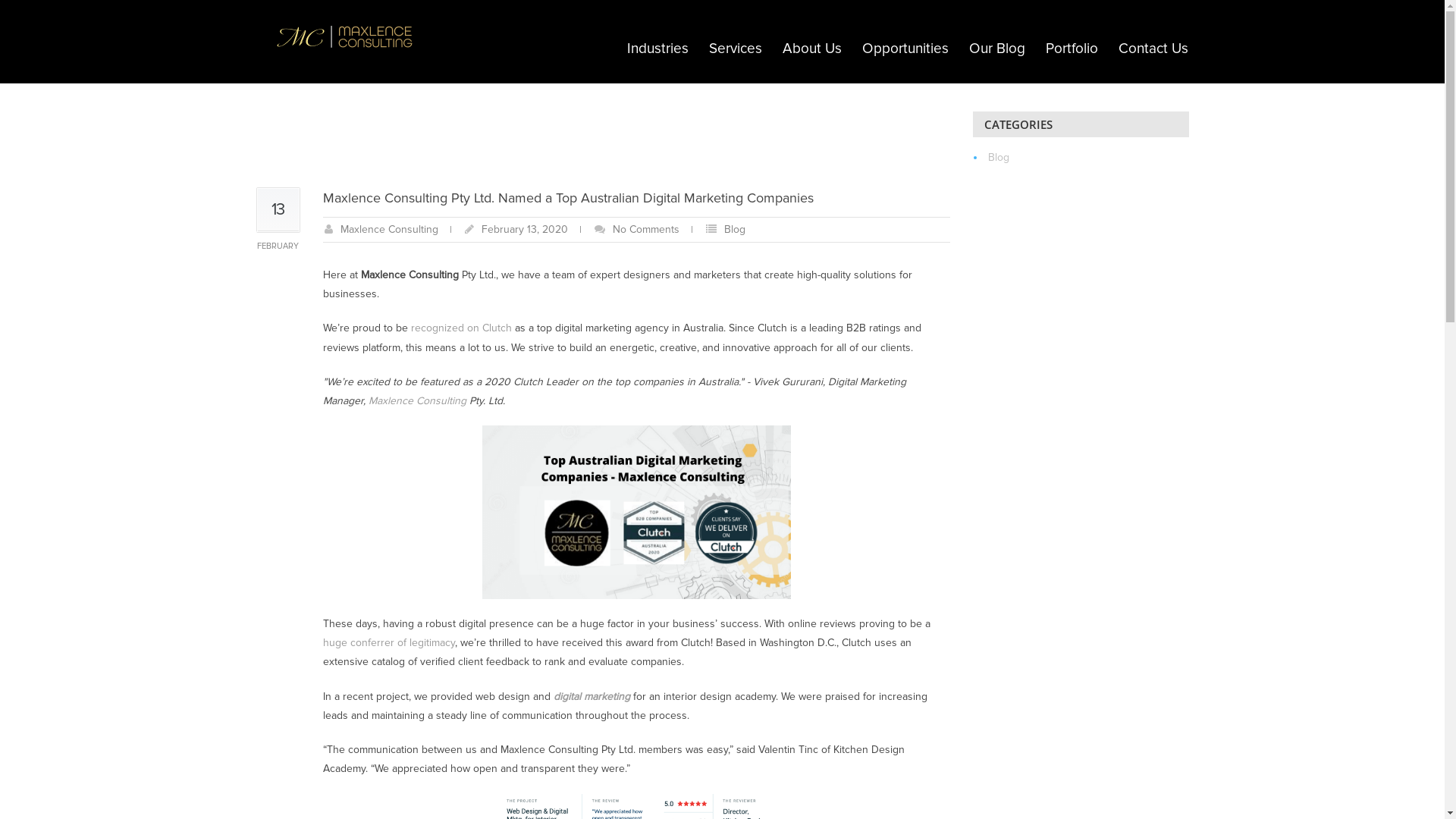  I want to click on 'Maxlence Consulting', so click(388, 229).